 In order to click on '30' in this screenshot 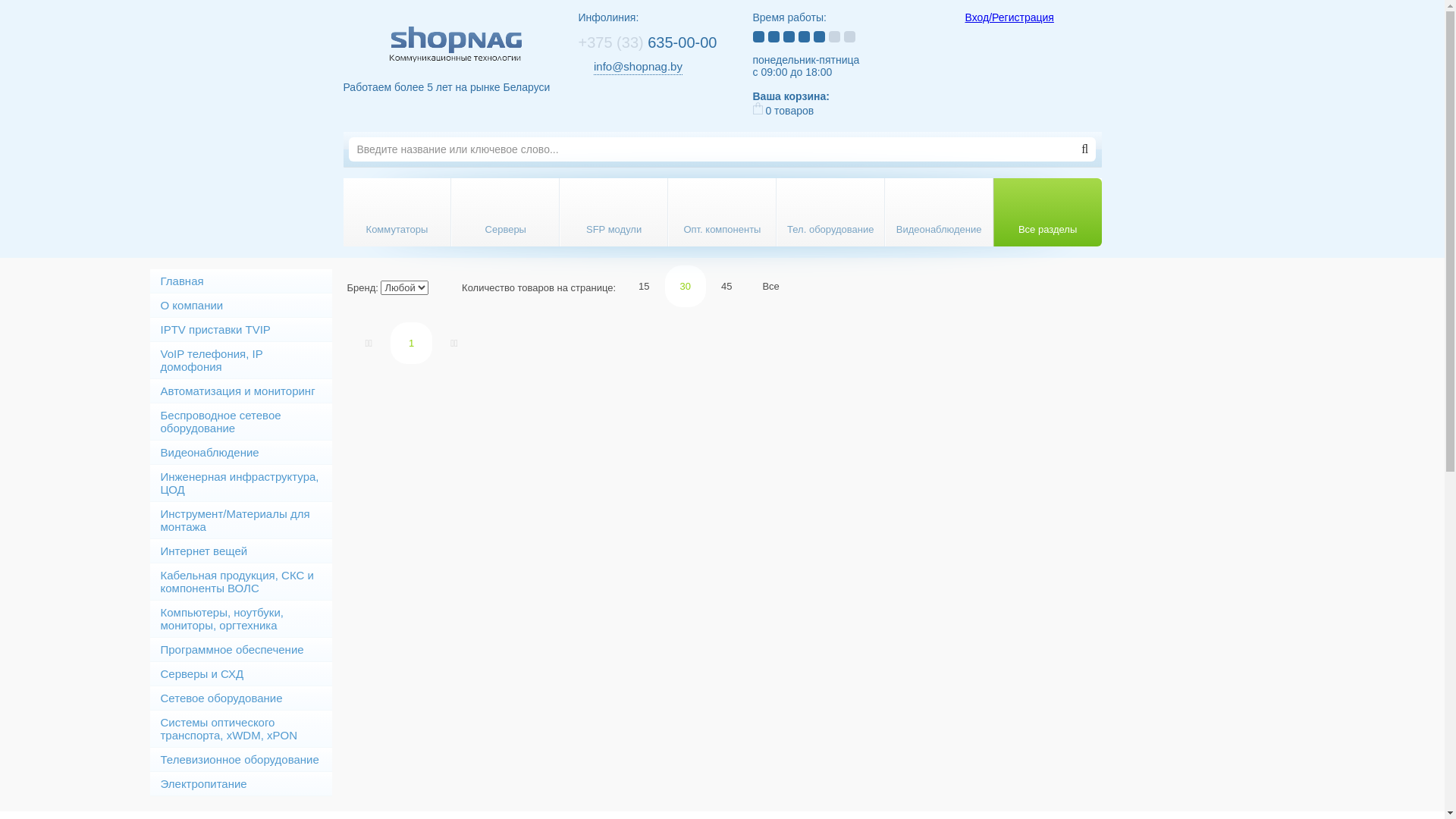, I will do `click(684, 286)`.